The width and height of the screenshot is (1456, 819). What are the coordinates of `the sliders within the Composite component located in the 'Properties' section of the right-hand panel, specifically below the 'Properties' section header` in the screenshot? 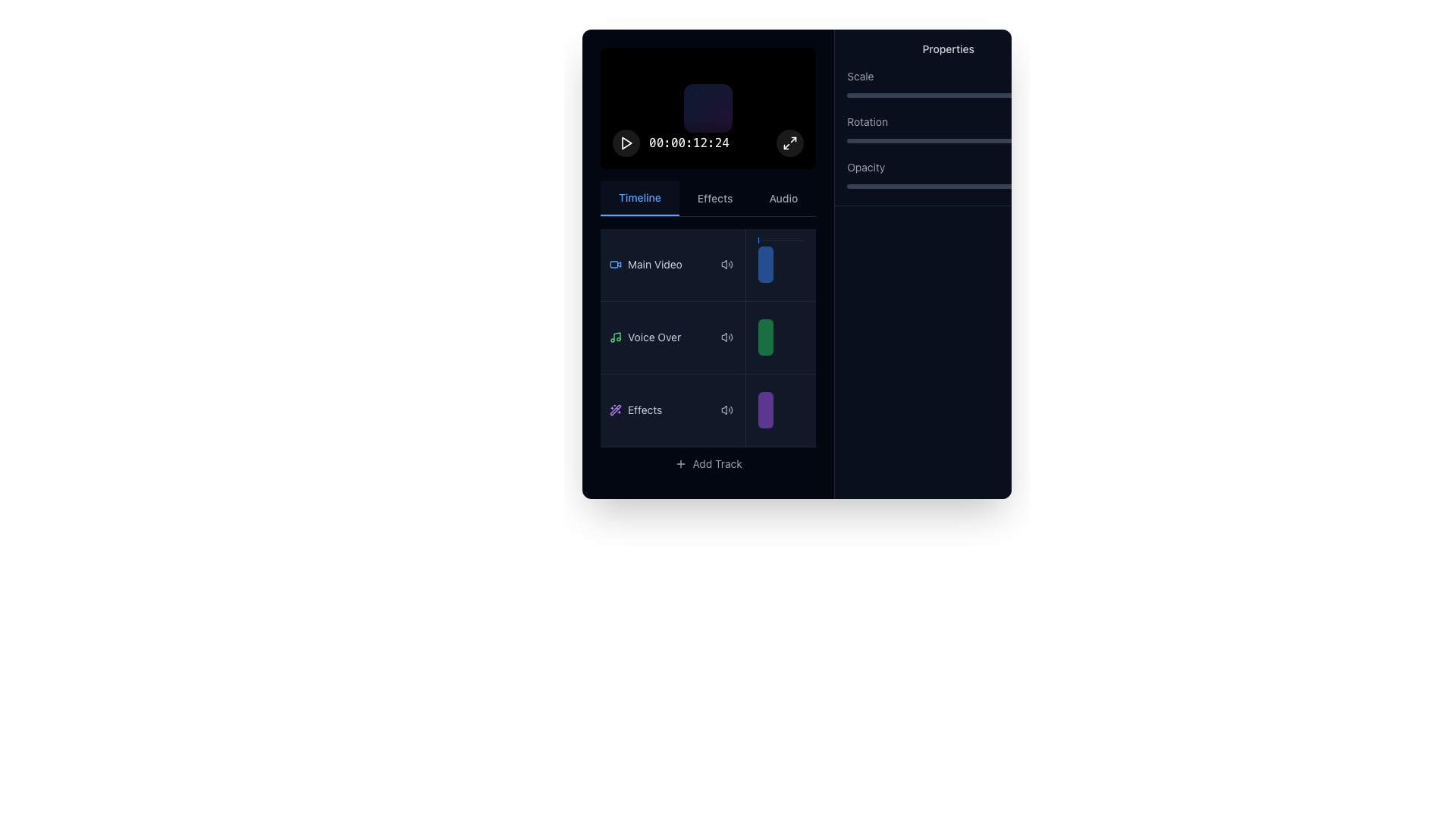 It's located at (946, 130).